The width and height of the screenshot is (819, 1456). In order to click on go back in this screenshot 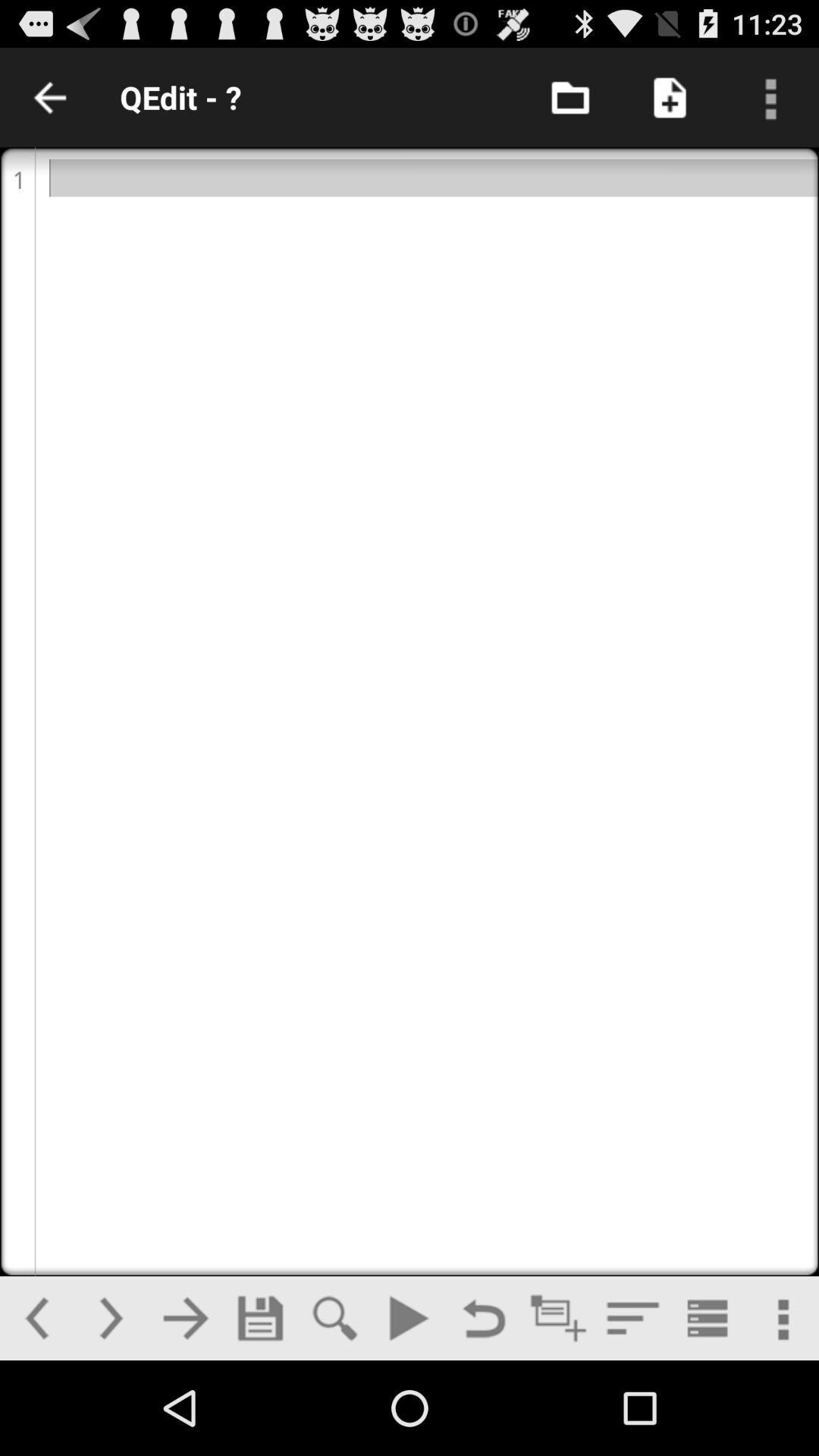, I will do `click(483, 1317)`.